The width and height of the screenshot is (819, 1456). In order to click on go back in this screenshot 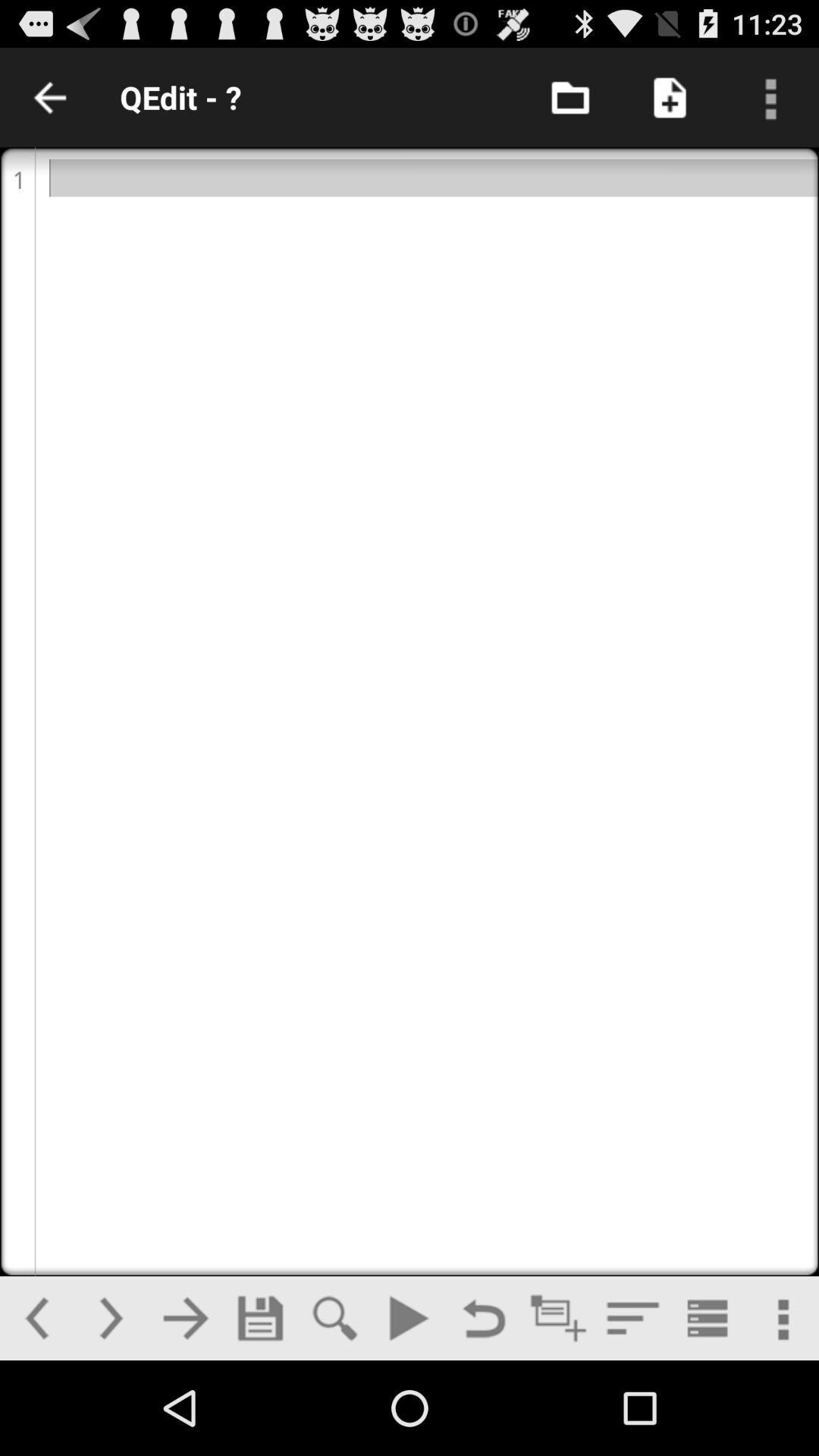, I will do `click(483, 1317)`.